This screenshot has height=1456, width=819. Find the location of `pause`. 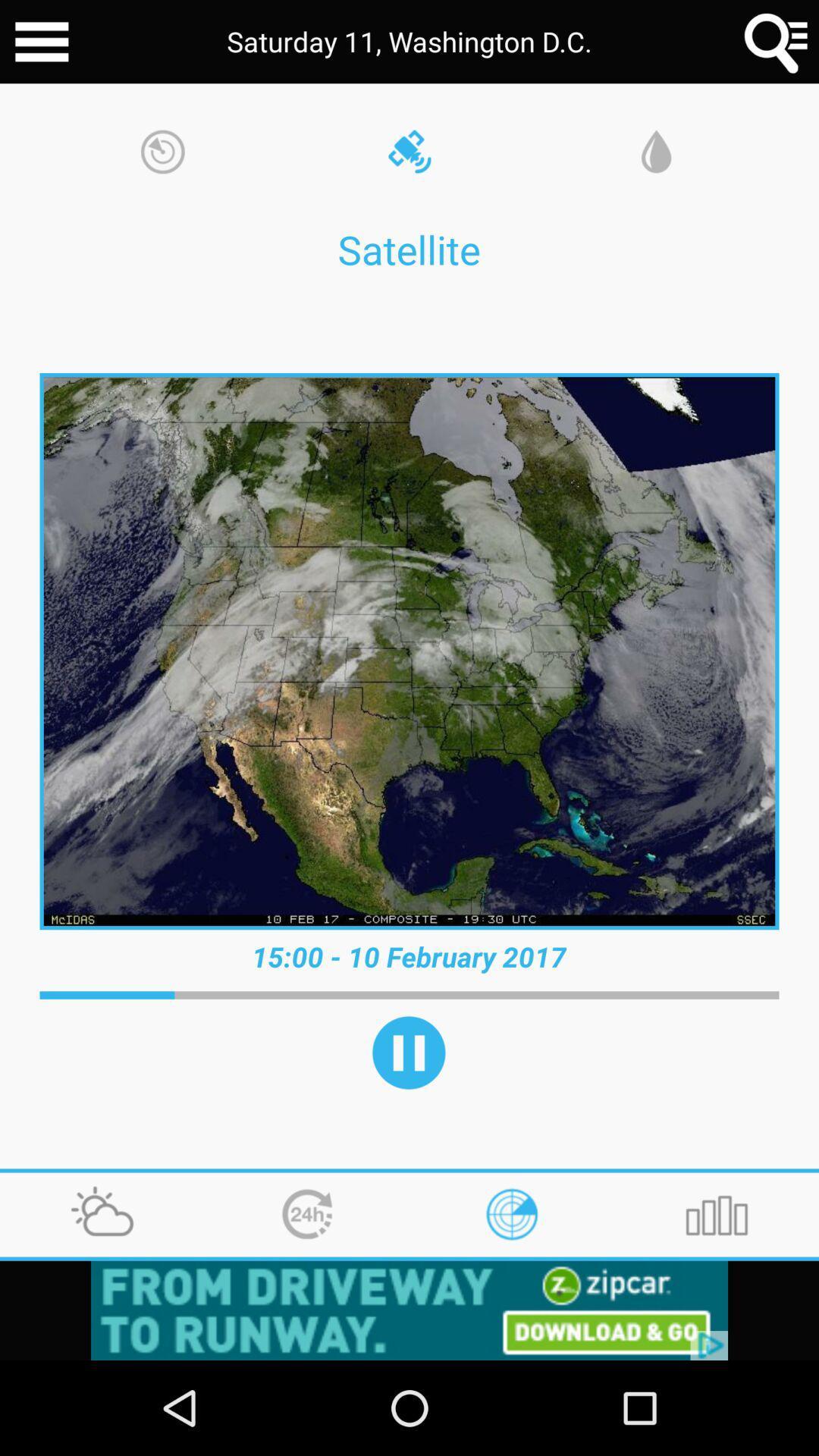

pause is located at coordinates (408, 1052).